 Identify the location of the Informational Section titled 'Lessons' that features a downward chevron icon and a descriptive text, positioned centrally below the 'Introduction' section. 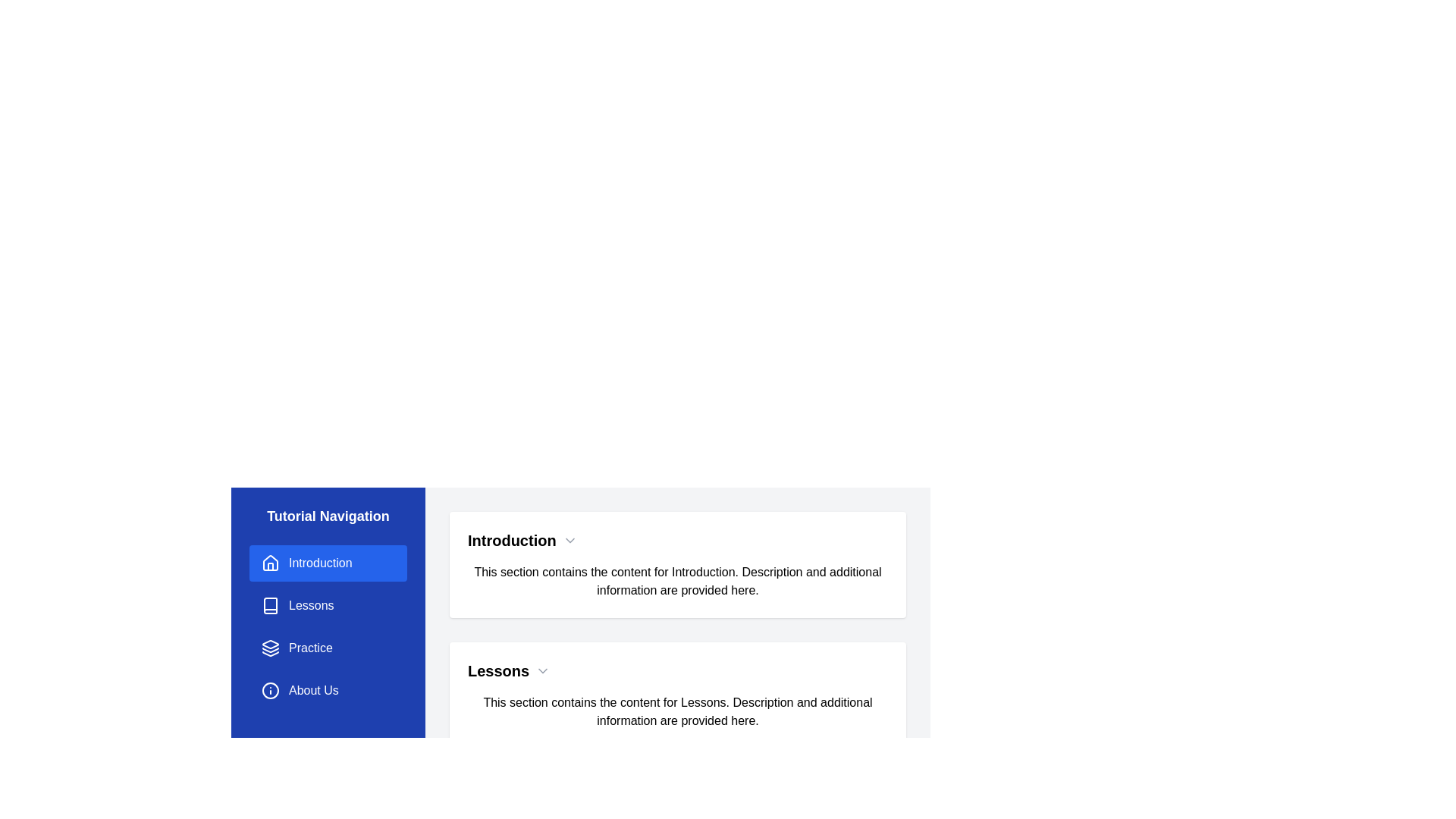
(676, 695).